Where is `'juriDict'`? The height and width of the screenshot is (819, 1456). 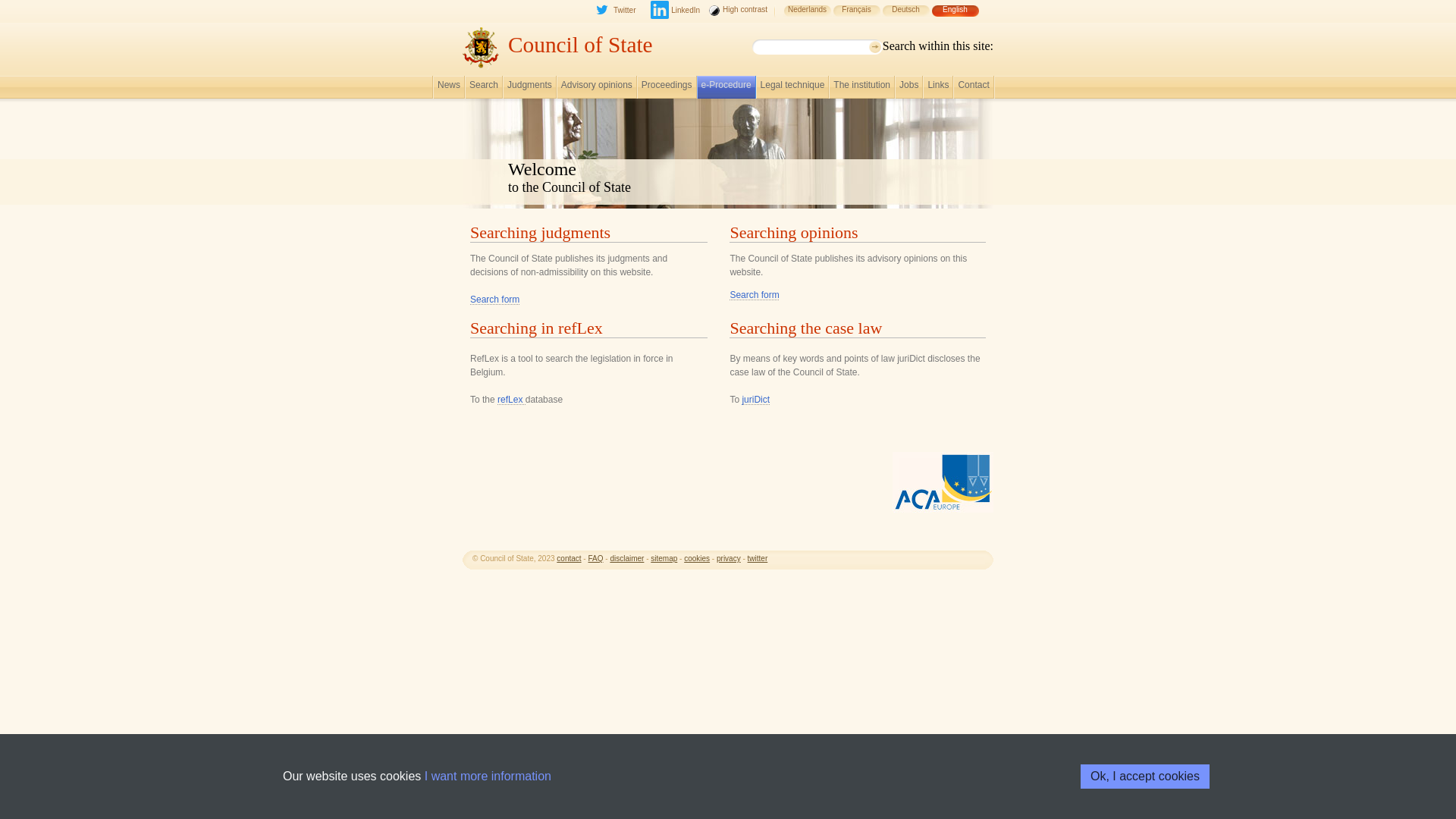 'juriDict' is located at coordinates (755, 399).